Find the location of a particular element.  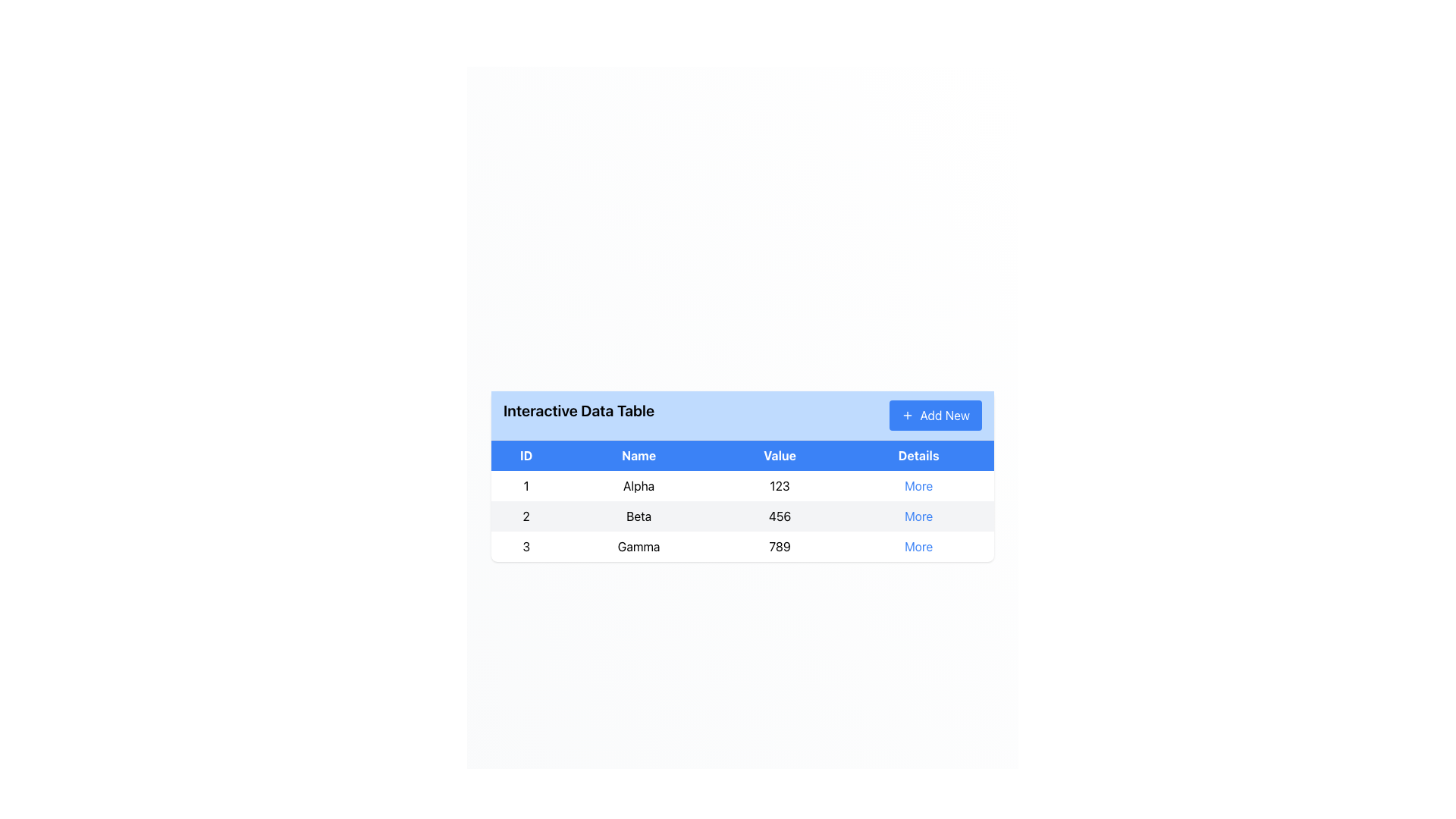

the bold numeral '789' displayed in black font, located in the third row and third column of the table under the 'Value' column is located at coordinates (780, 546).